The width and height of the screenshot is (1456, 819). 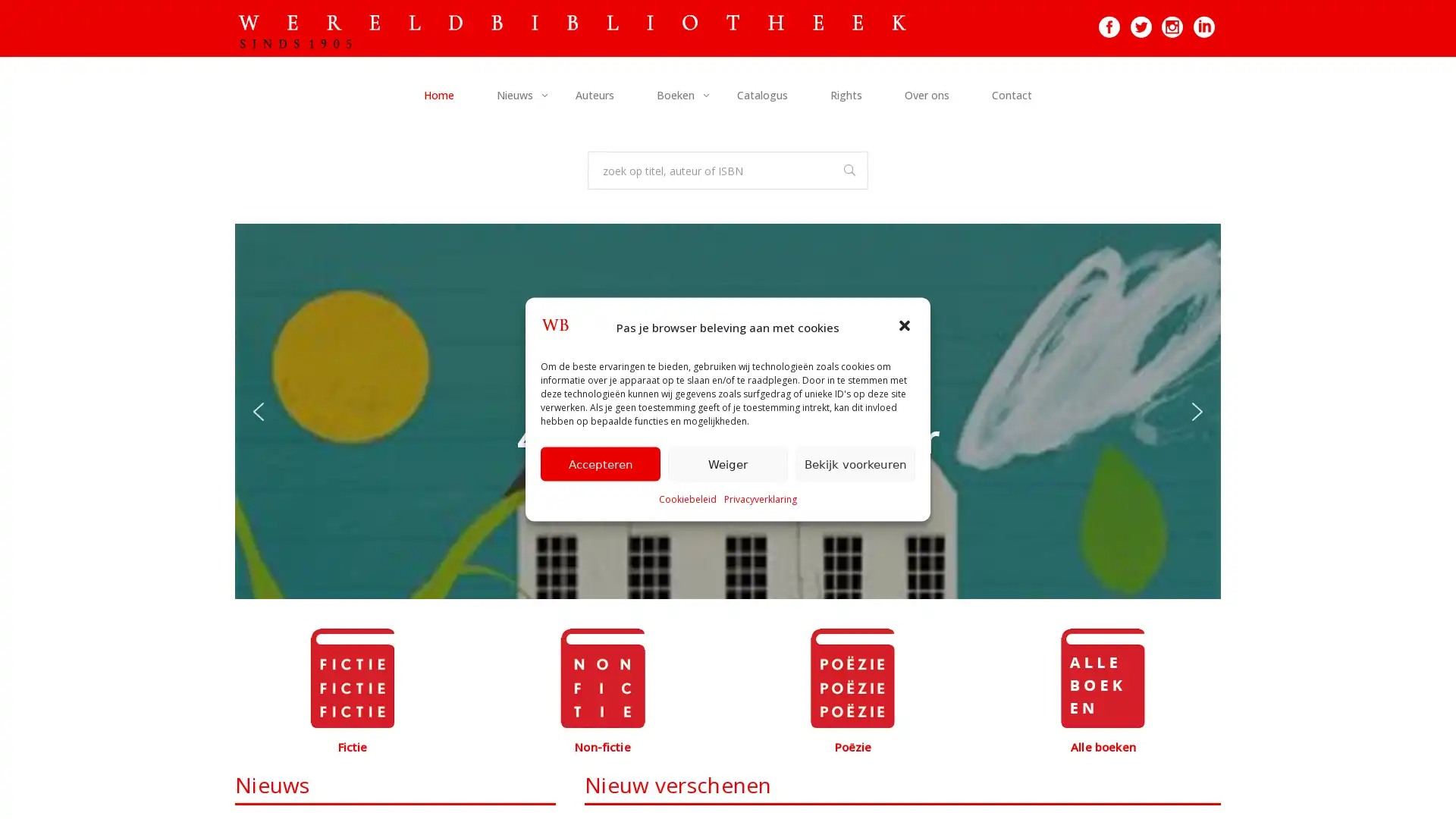 I want to click on Bekijk voorkeuren, so click(x=855, y=463).